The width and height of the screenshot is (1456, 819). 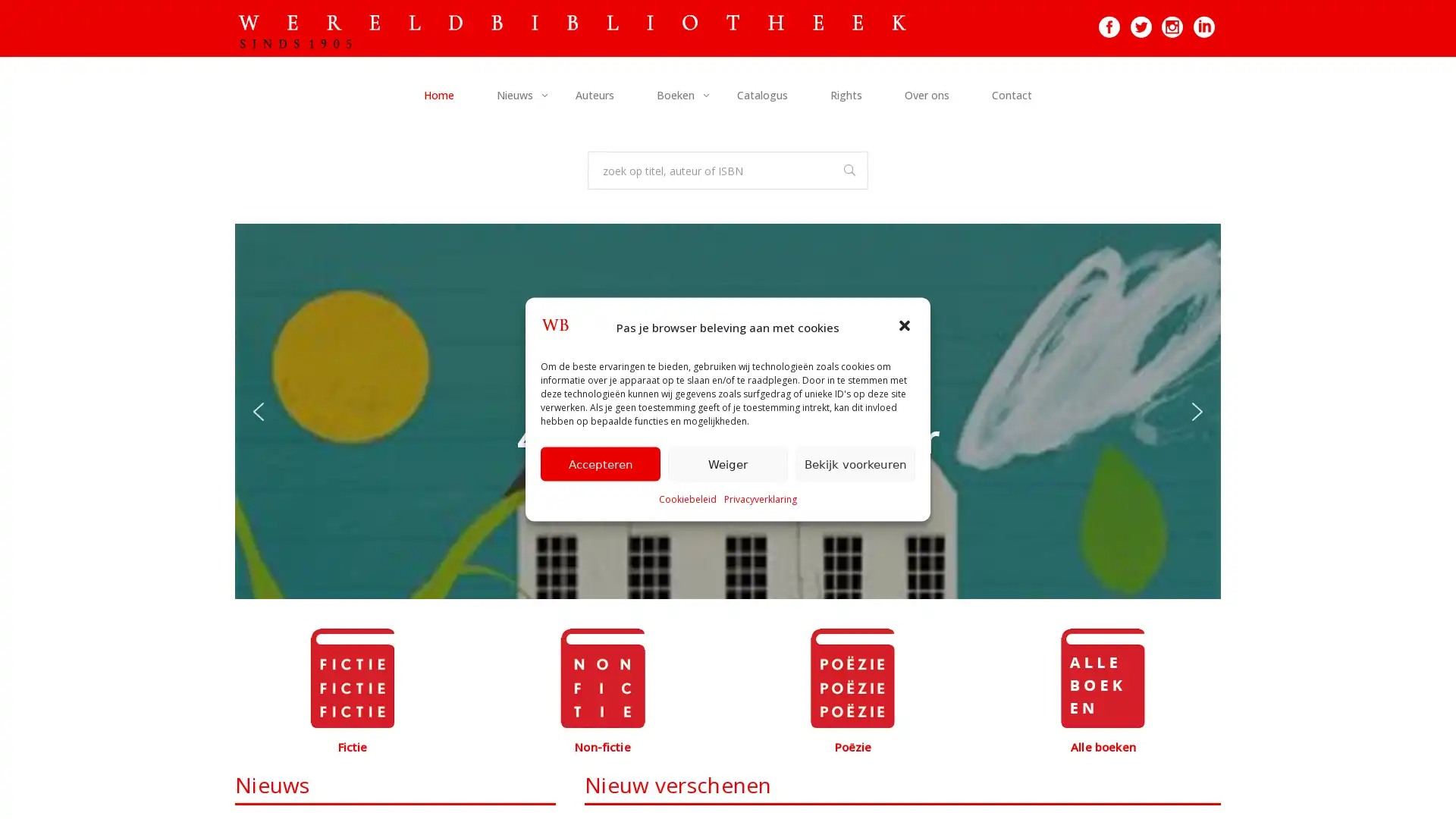 I want to click on Bekijk voorkeuren, so click(x=855, y=463).